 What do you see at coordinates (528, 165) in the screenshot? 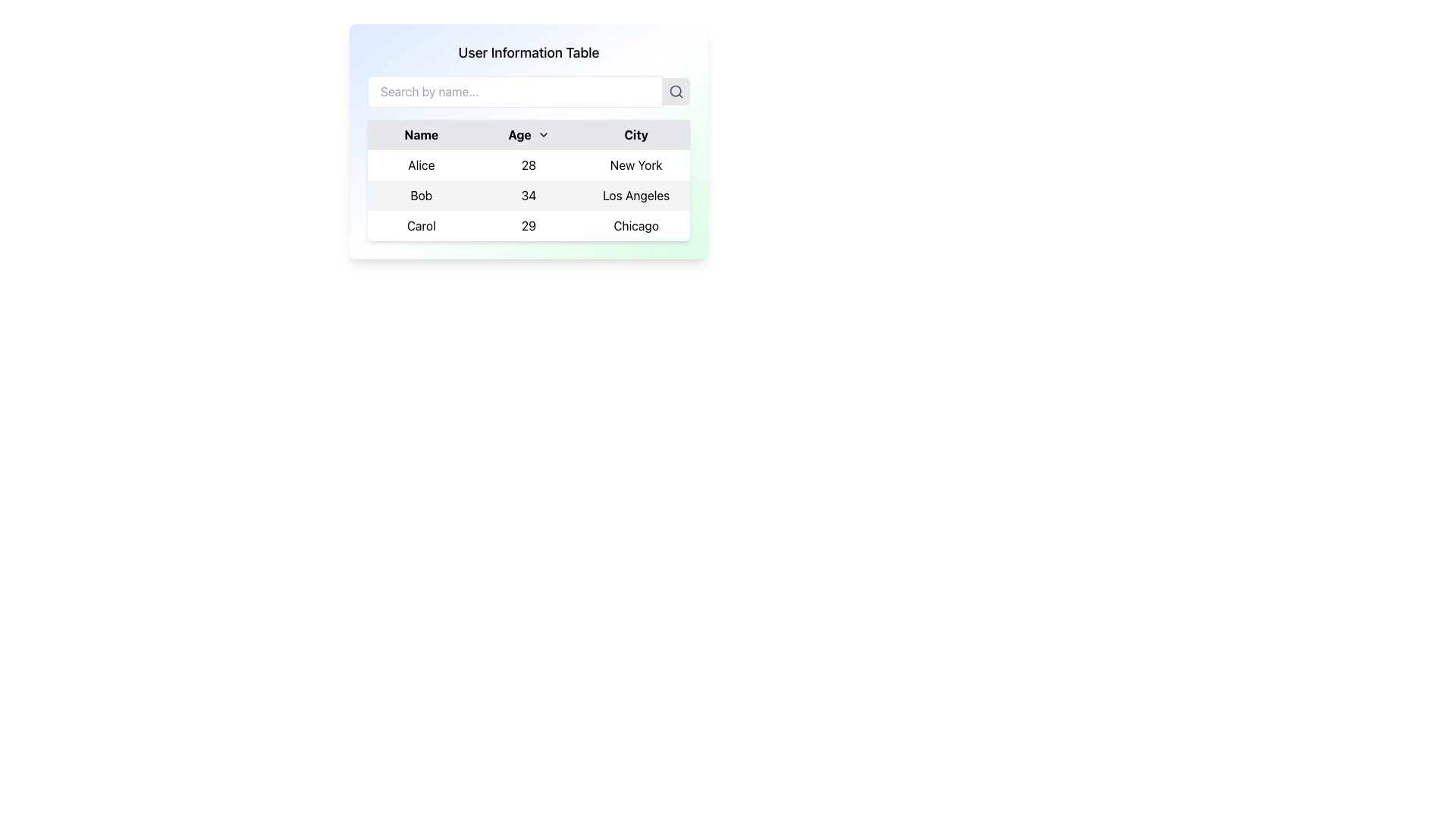
I see `the table cell displaying the number '28' in the 'Age' column` at bounding box center [528, 165].